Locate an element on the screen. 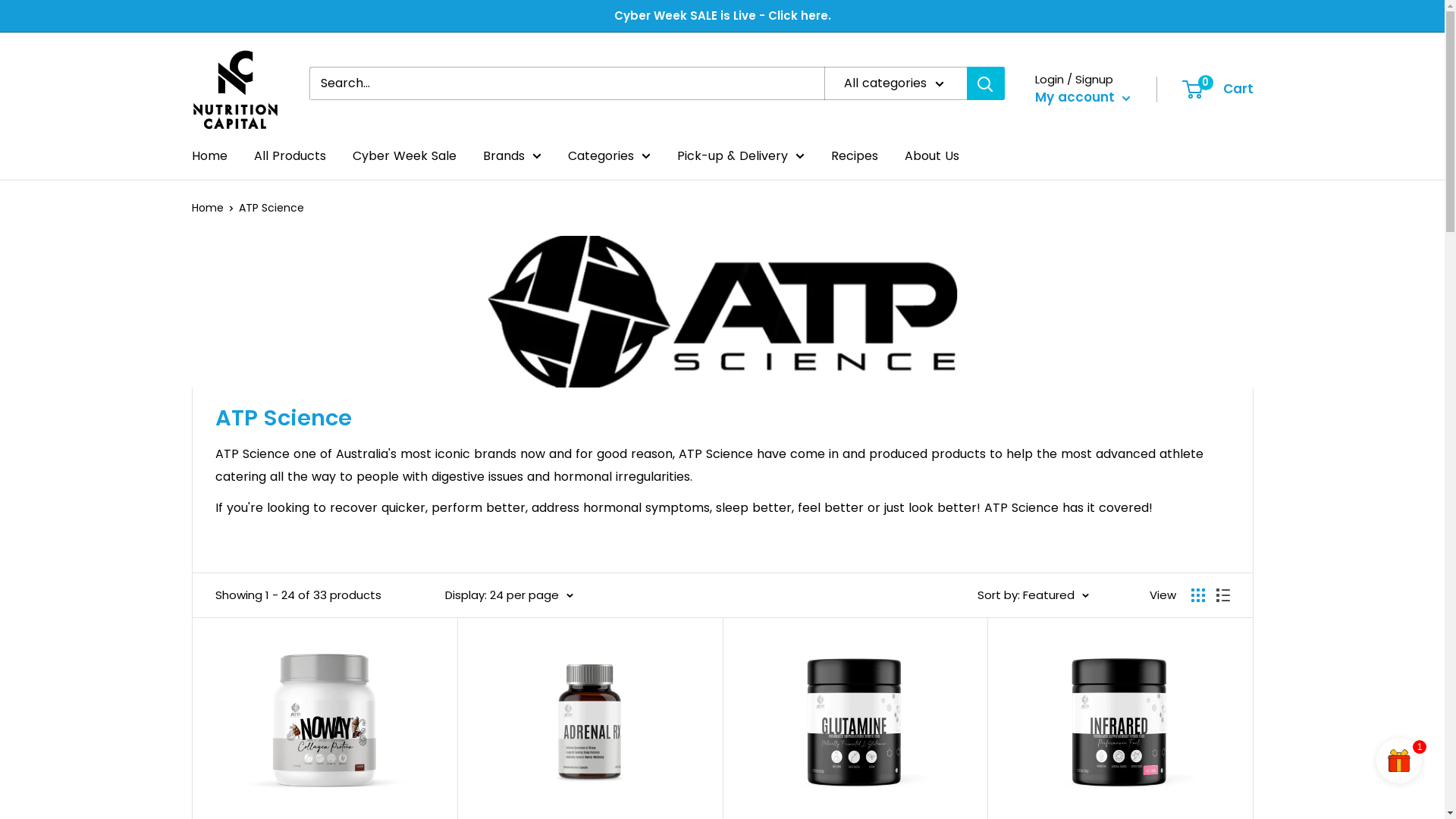 This screenshot has height=819, width=1456. 'Home' is located at coordinates (208, 155).